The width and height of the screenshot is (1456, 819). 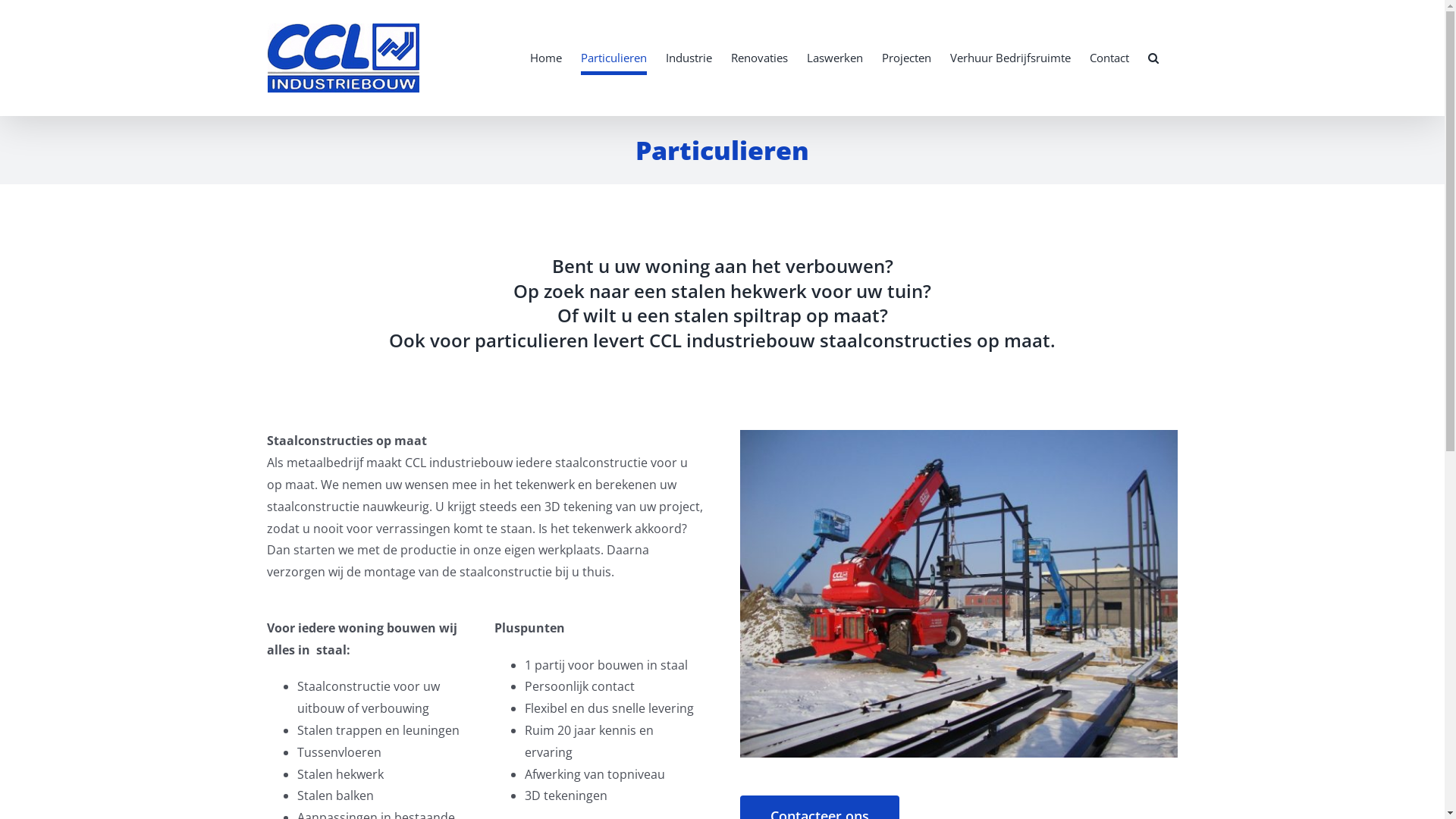 I want to click on 'Contact', so click(x=1087, y=57).